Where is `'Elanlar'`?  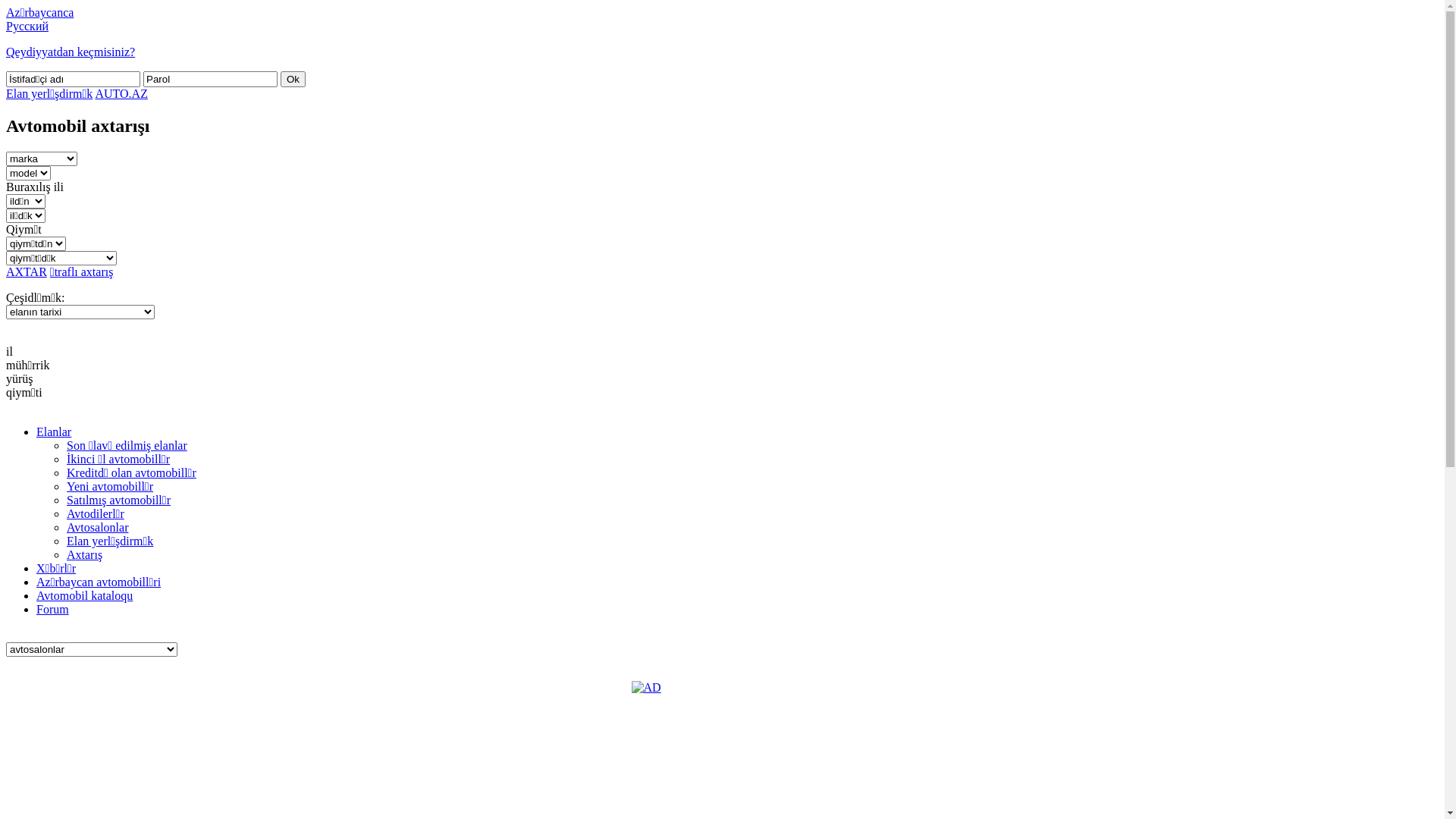 'Elanlar' is located at coordinates (54, 431).